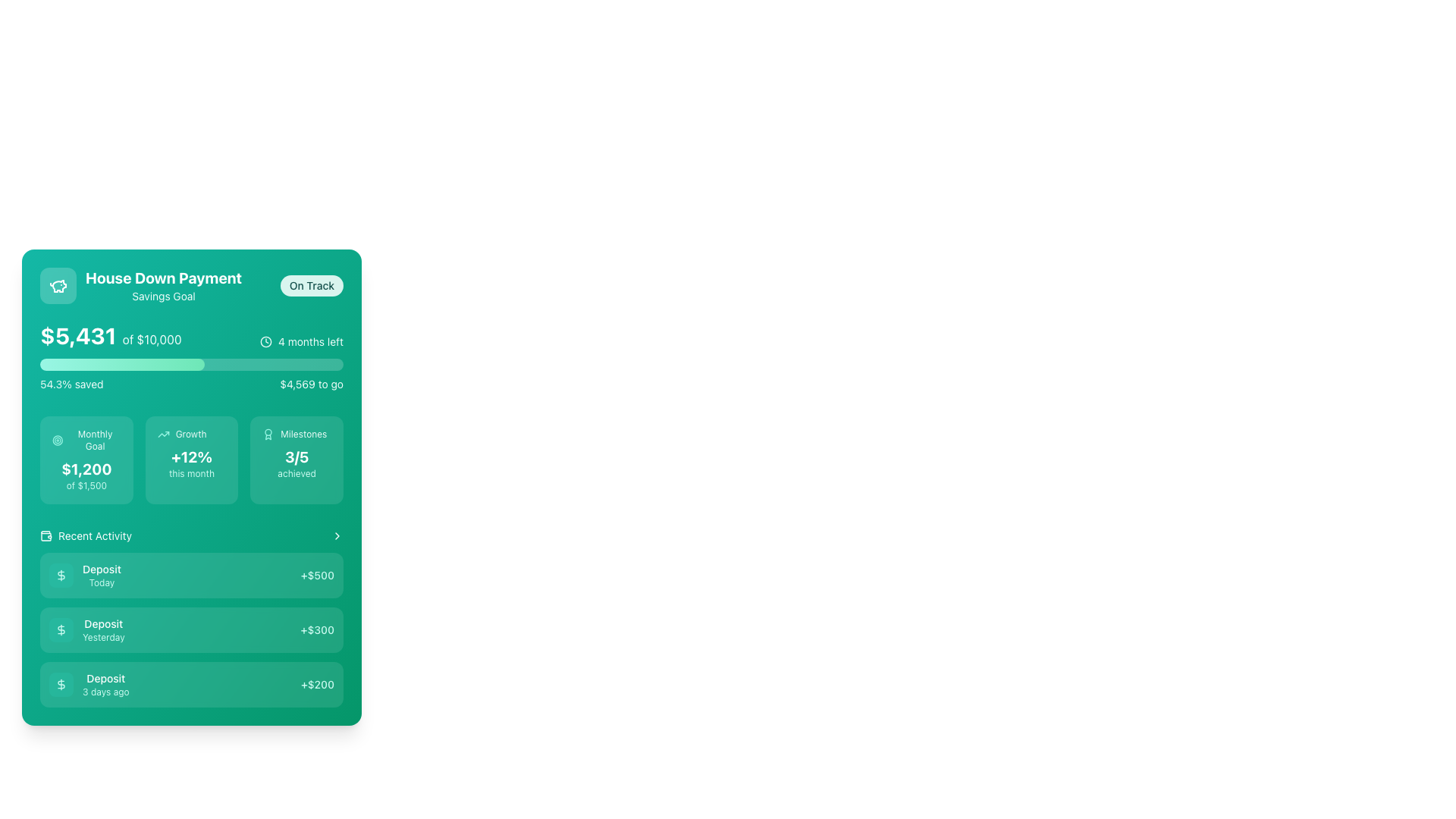  I want to click on the 'Growth' label element, which is a small-sized text in light teal color, located within a structured layout on a green background, positioned near the center of the panel, so click(190, 435).